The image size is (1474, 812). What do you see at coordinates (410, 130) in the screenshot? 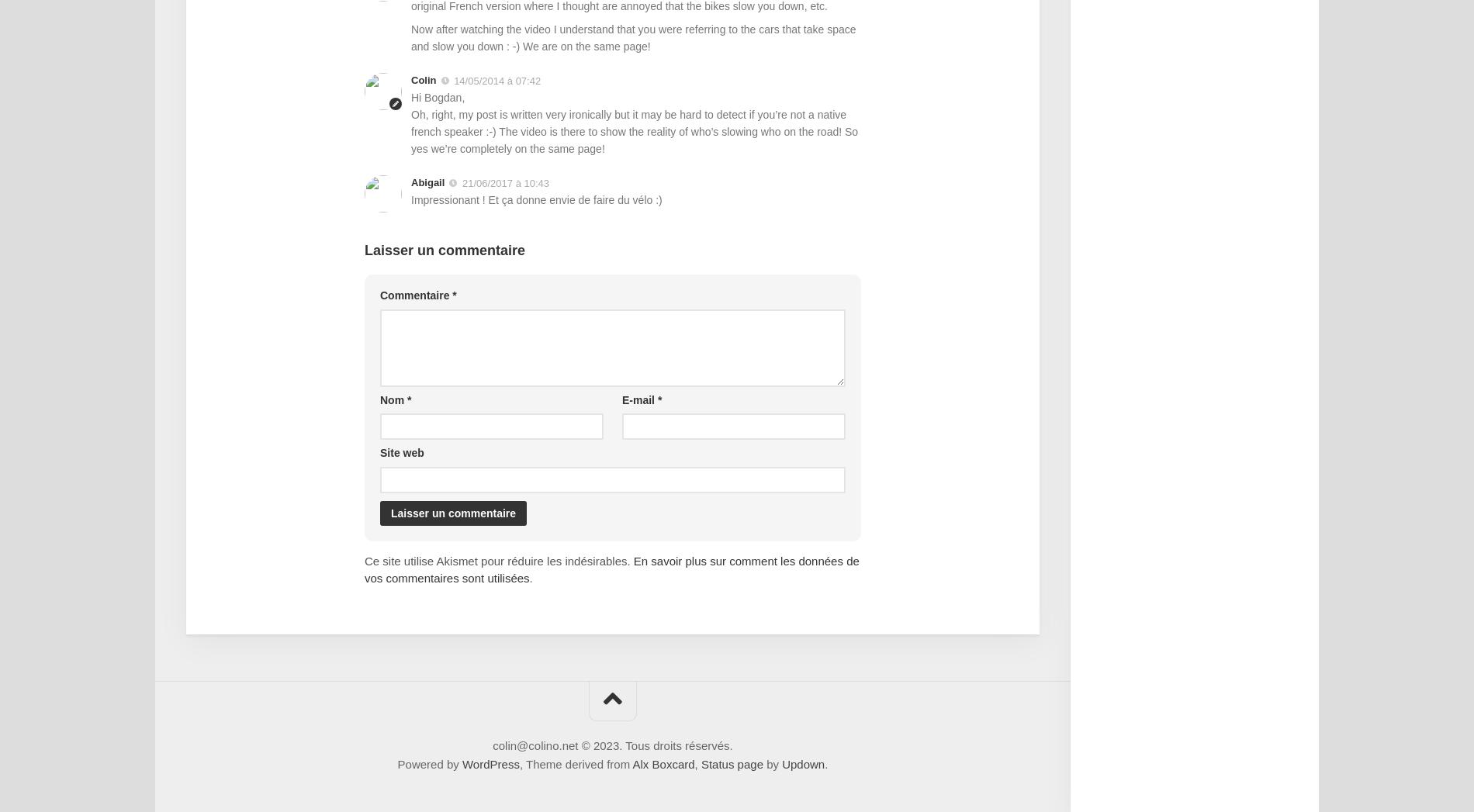
I see `'Oh, right, my post is written very ironically but it may be hard to detect if you’re not a native french speaker :-) The video is there to show the reality of who’s slowing who on the road! So yes we’re completely on the same page!'` at bounding box center [410, 130].